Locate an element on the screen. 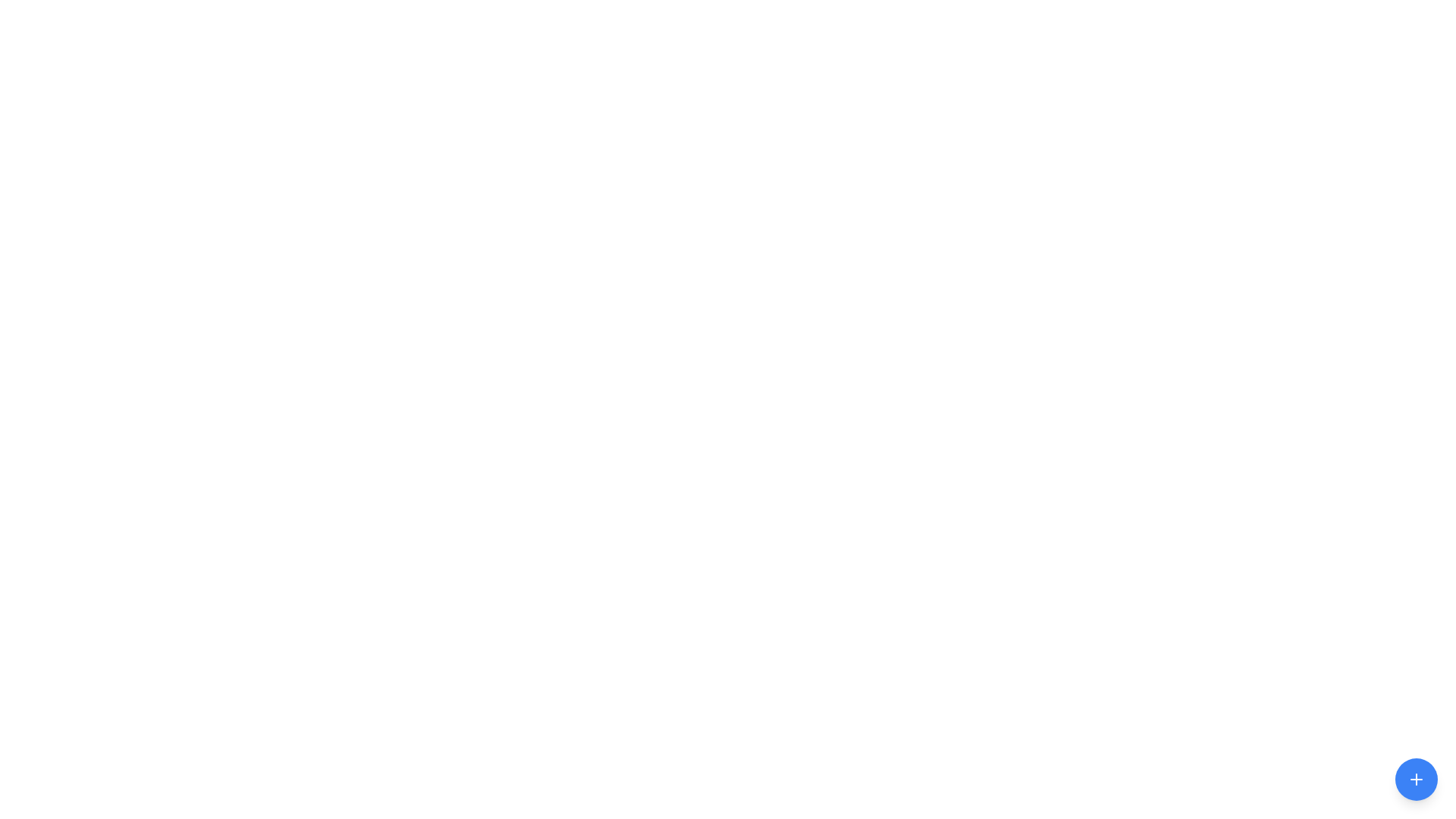  the blue circular button containing the 'plus' symbol icon located at the bottom-right corner of the interface is located at coordinates (1415, 780).